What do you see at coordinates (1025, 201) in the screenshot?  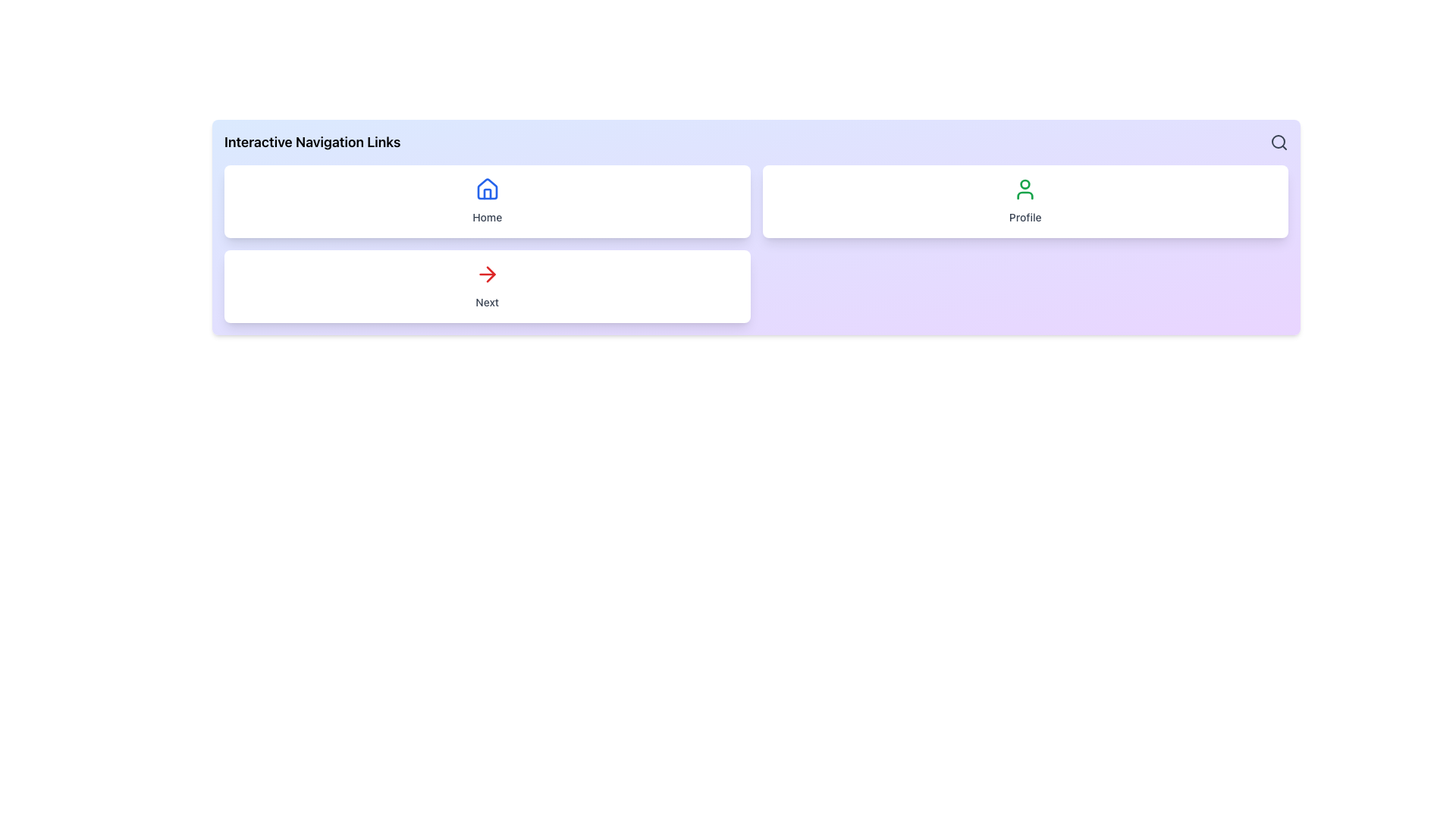 I see `the 'Profile' button, which is the second card in a horizontal layout` at bounding box center [1025, 201].